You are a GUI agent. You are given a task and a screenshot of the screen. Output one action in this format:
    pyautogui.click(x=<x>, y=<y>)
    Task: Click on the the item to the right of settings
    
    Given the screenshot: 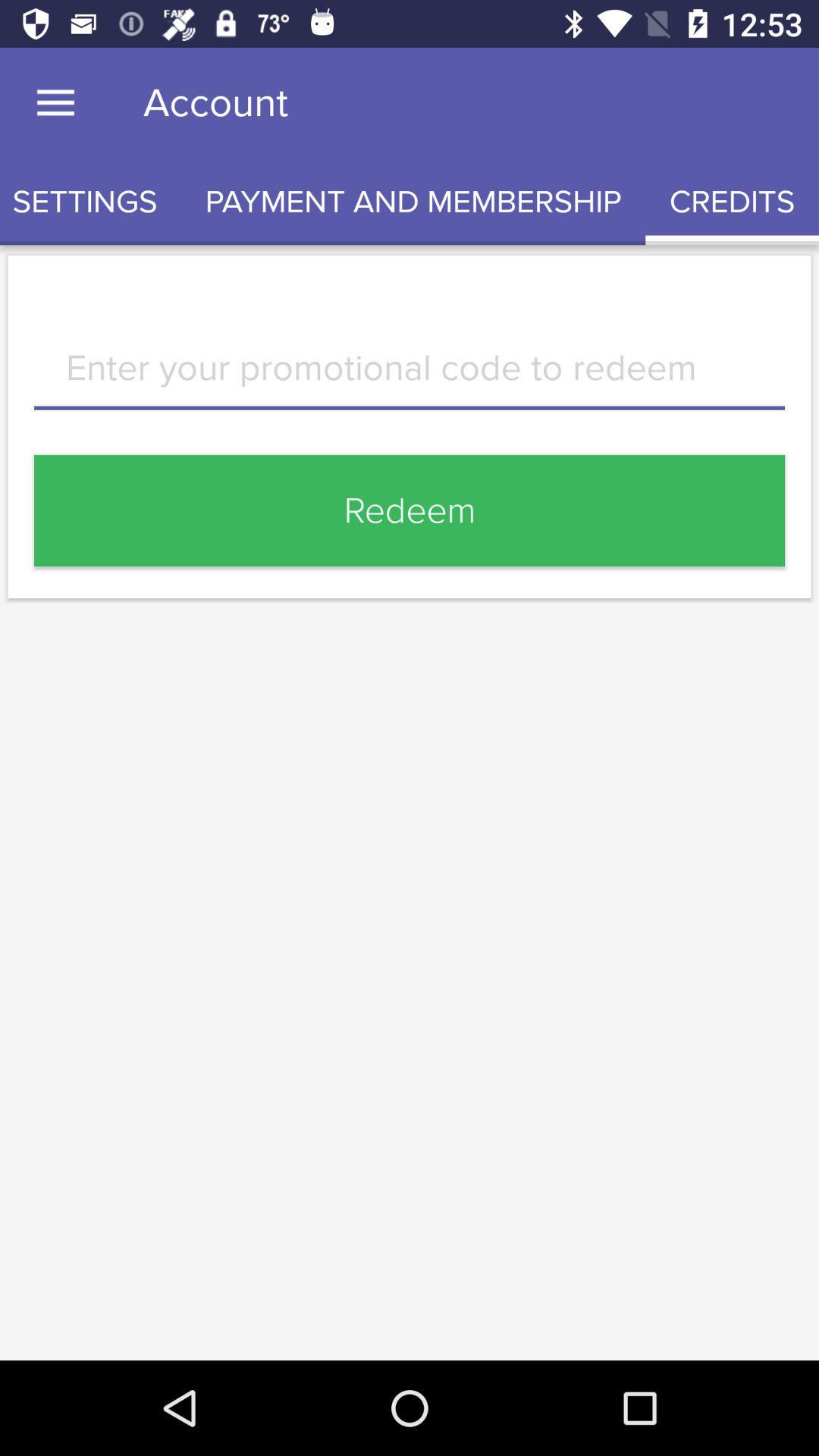 What is the action you would take?
    pyautogui.click(x=413, y=201)
    